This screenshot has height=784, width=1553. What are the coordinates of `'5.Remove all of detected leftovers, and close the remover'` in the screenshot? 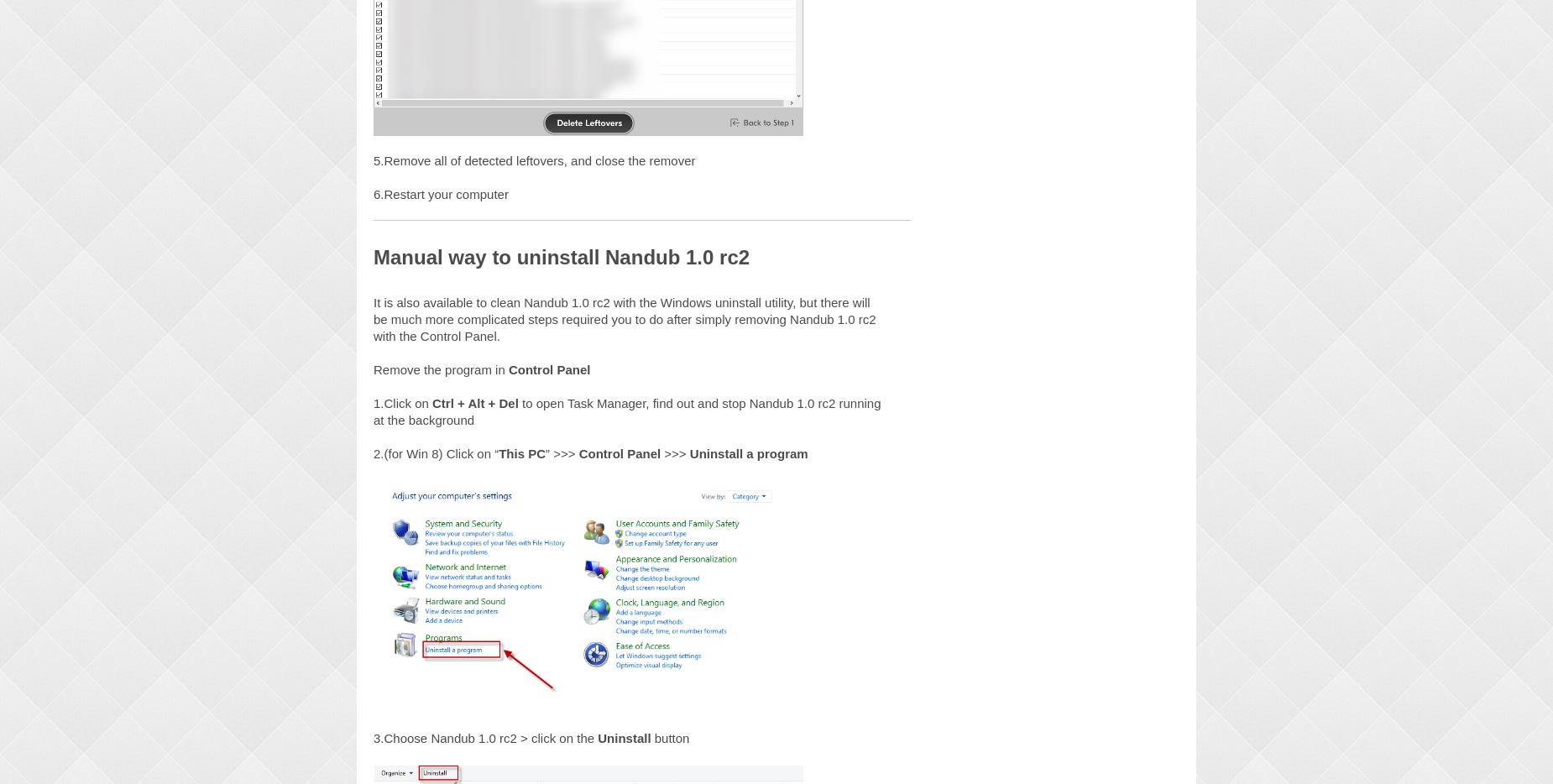 It's located at (372, 159).